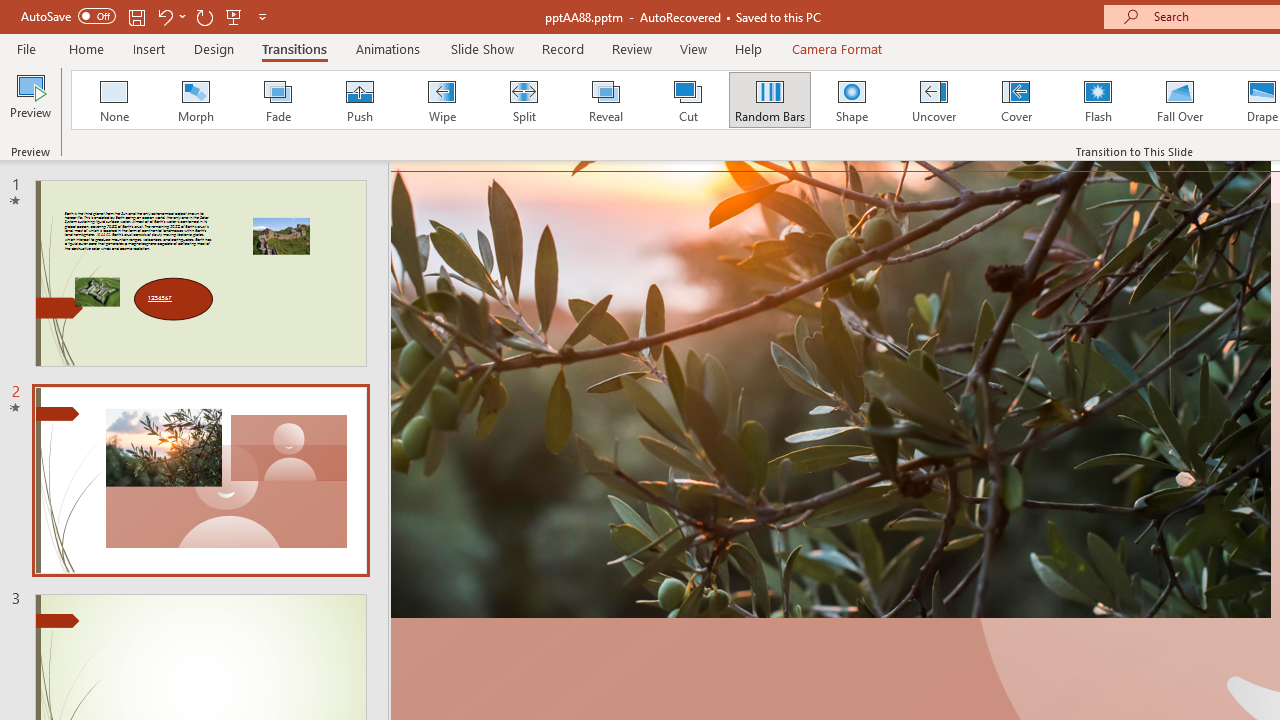  Describe the element at coordinates (830, 389) in the screenshot. I see `'Close up of an olive branch on a sunset'` at that location.